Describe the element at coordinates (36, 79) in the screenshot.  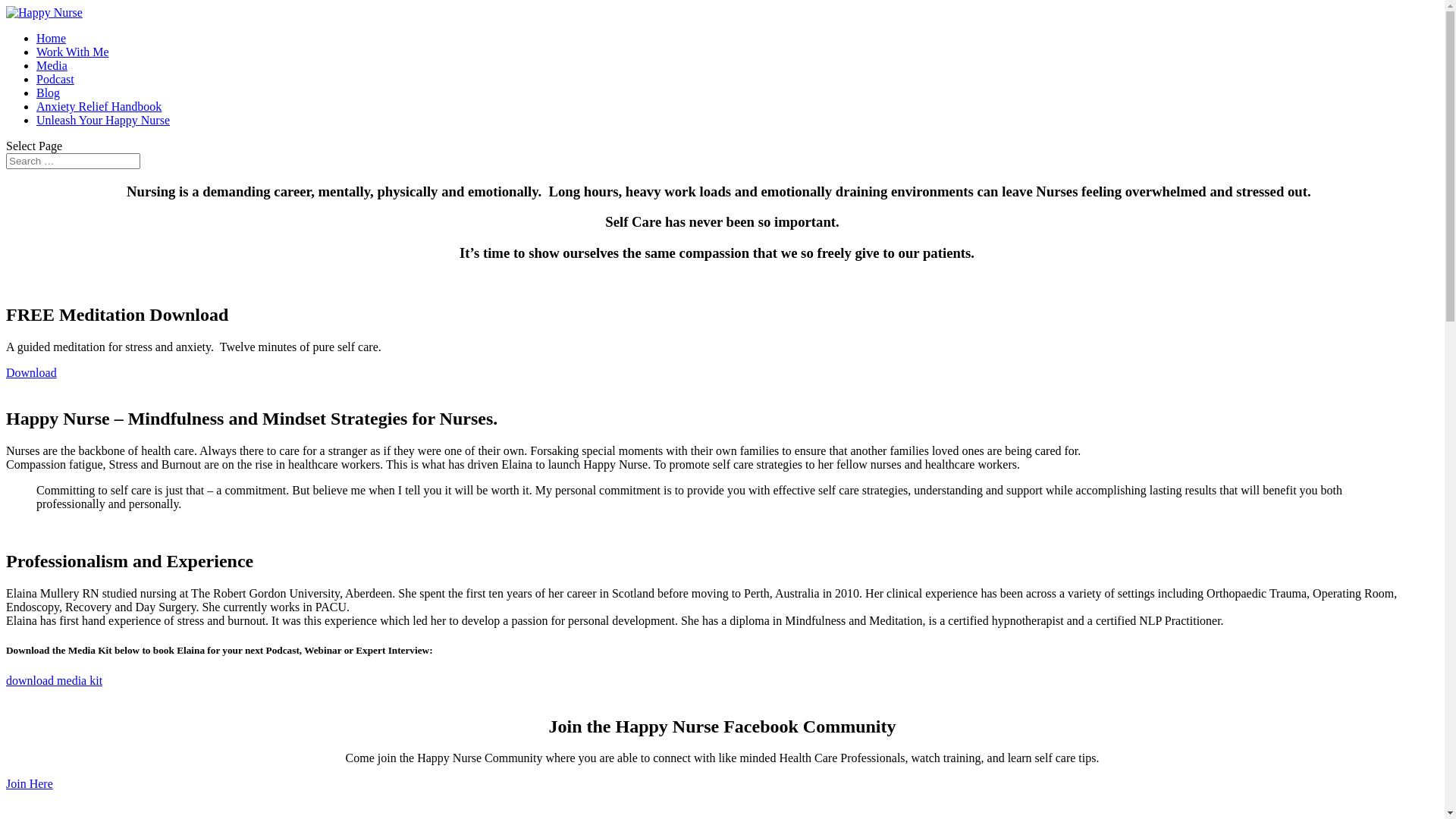
I see `'Podcast'` at that location.